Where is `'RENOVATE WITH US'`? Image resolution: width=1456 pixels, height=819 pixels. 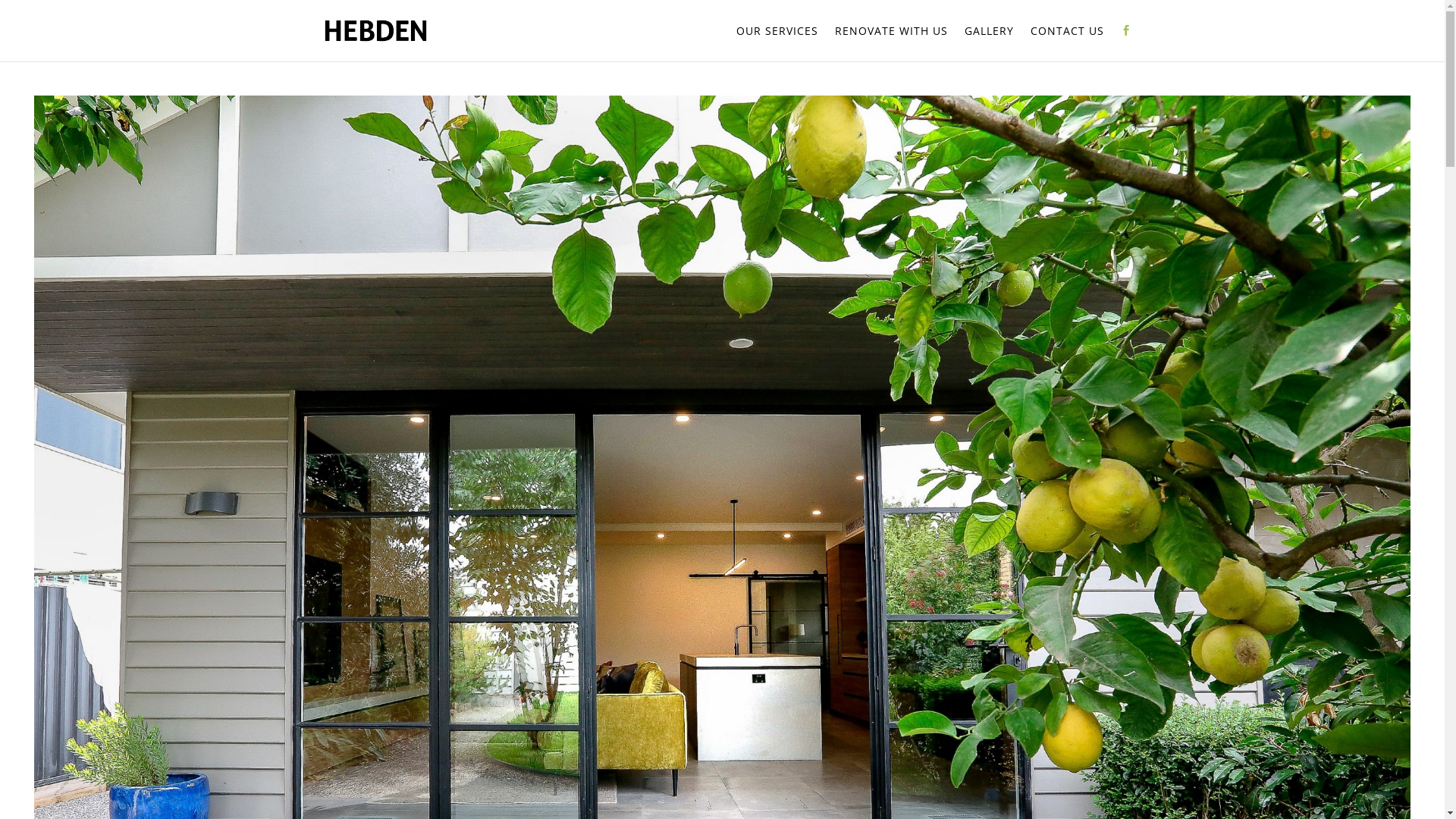
'RENOVATE WITH US' is located at coordinates (833, 42).